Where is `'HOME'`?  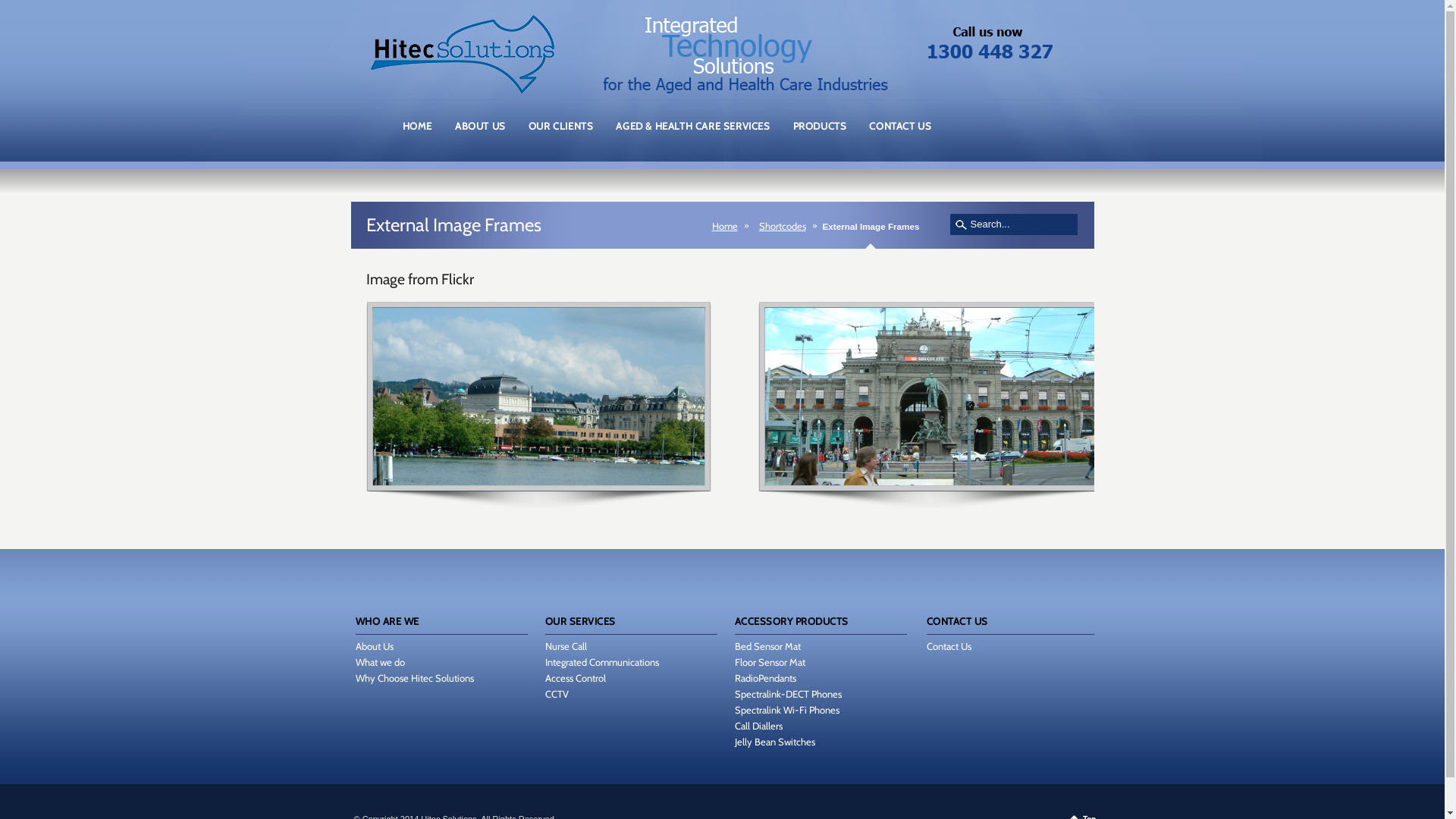 'HOME' is located at coordinates (416, 133).